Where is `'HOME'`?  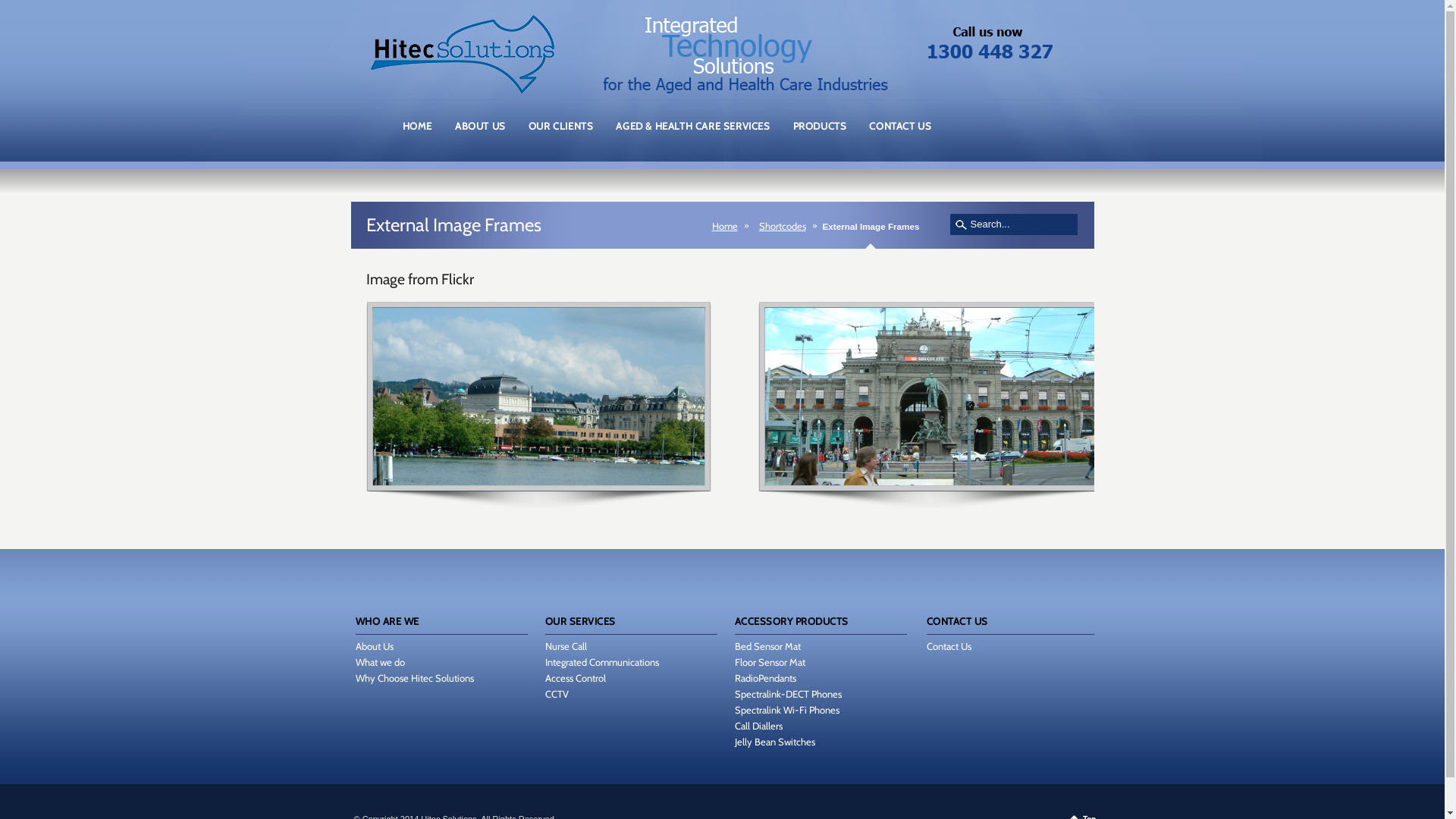 'HOME' is located at coordinates (416, 133).